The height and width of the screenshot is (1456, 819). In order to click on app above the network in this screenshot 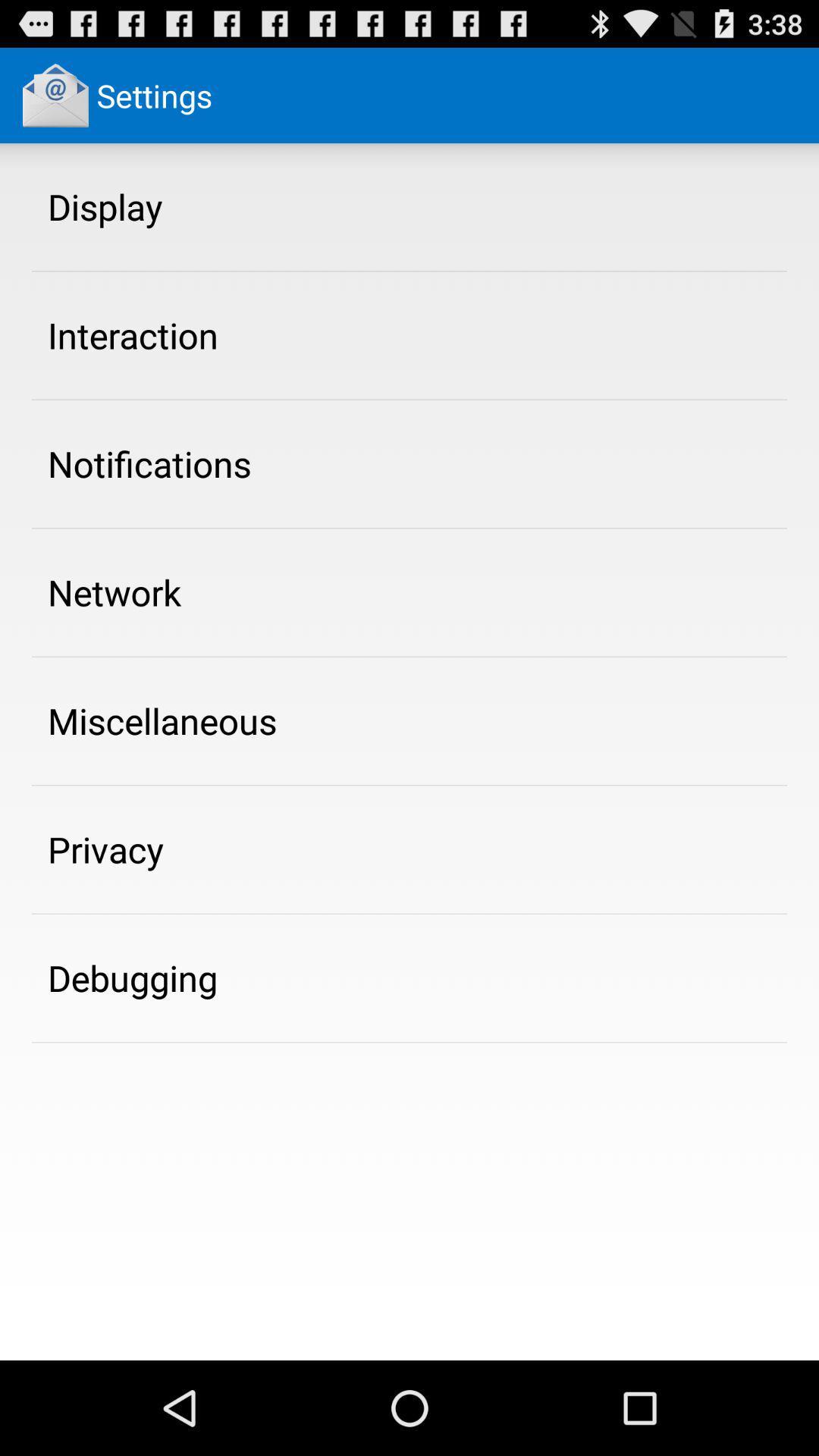, I will do `click(149, 463)`.